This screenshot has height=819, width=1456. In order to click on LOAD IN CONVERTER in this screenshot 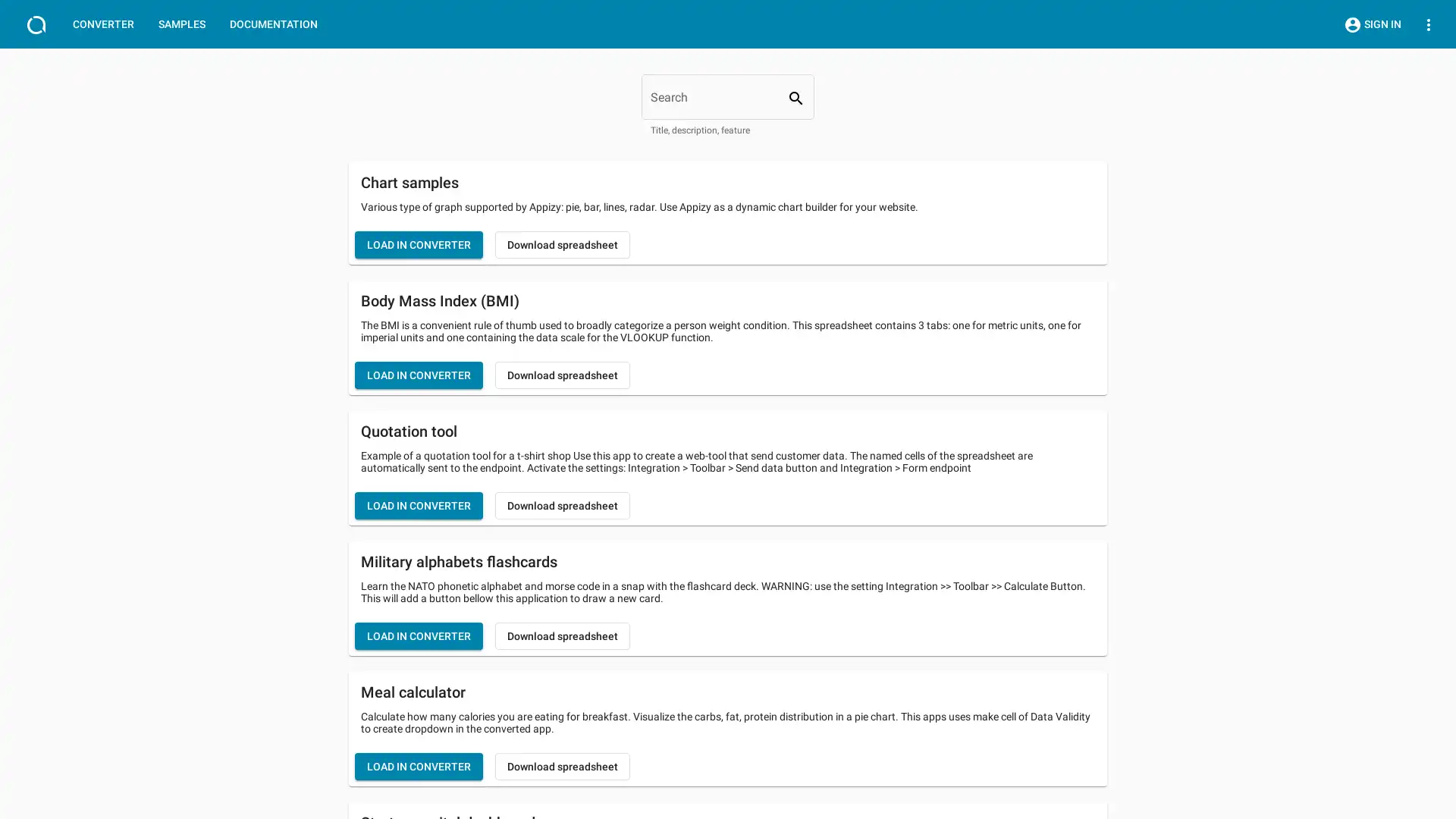, I will do `click(419, 244)`.